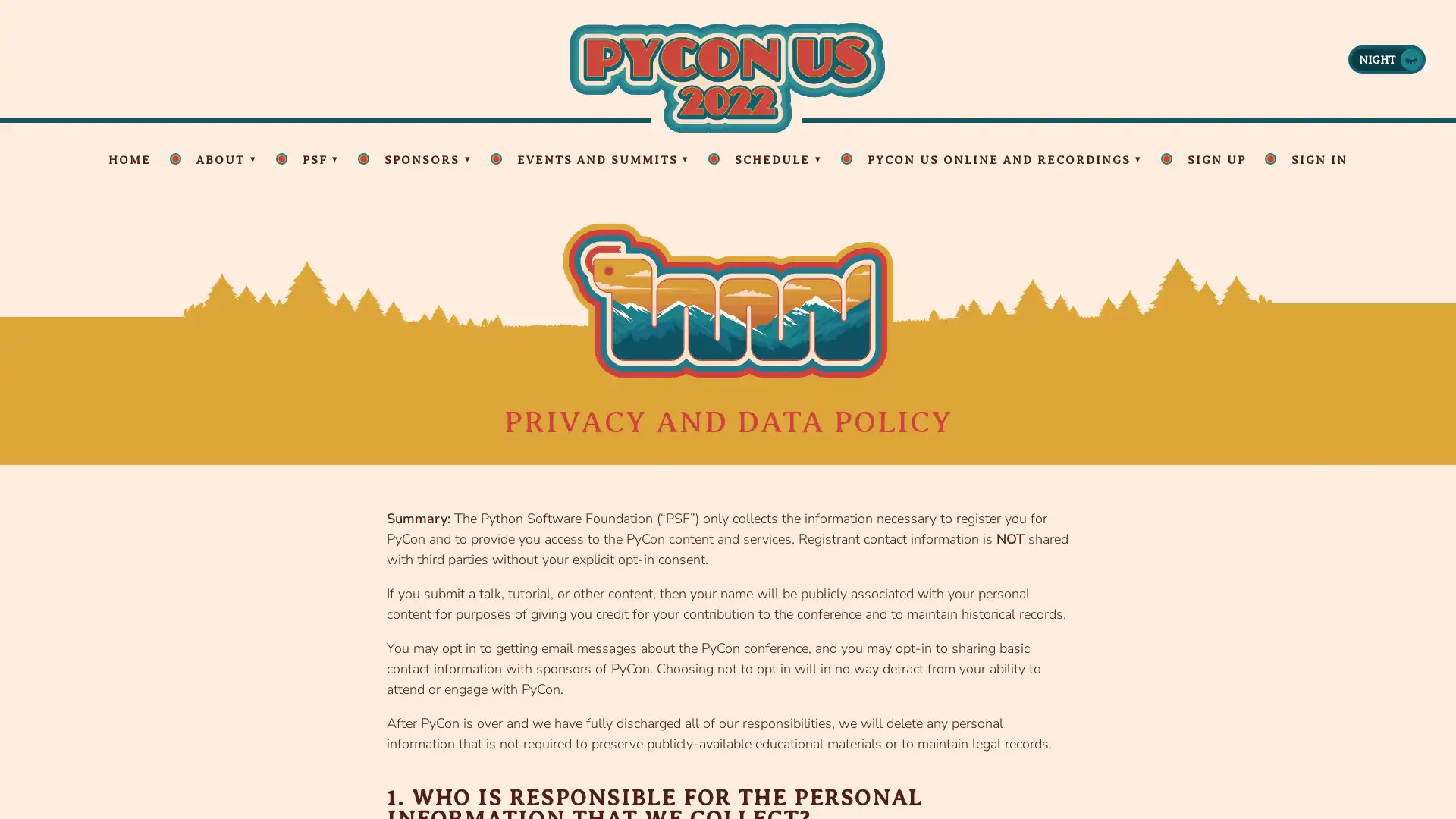  What do you see at coordinates (1386, 58) in the screenshot?
I see `NIGHT` at bounding box center [1386, 58].